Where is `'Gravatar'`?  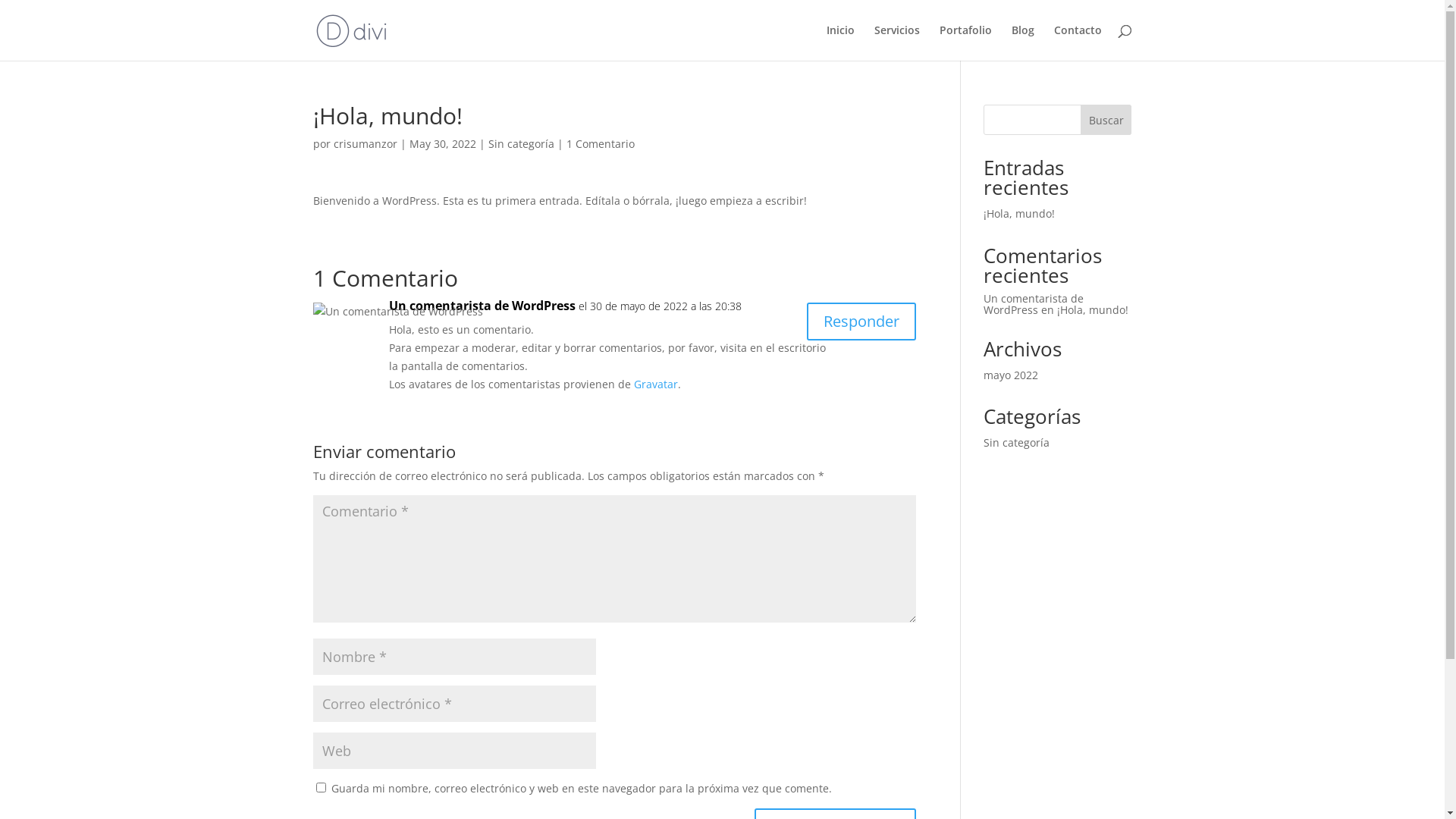
'Gravatar' is located at coordinates (633, 383).